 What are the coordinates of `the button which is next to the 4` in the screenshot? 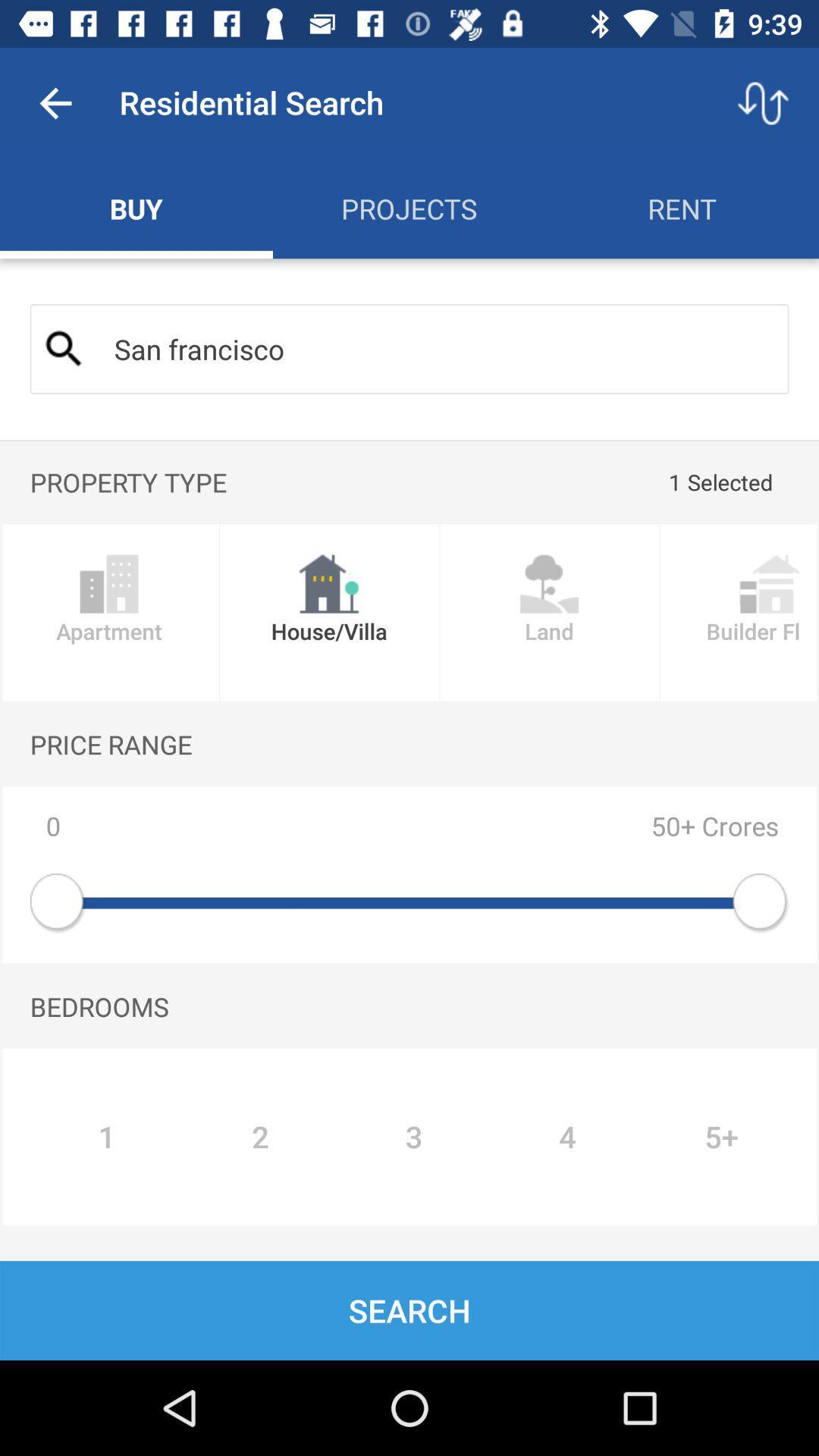 It's located at (721, 1137).